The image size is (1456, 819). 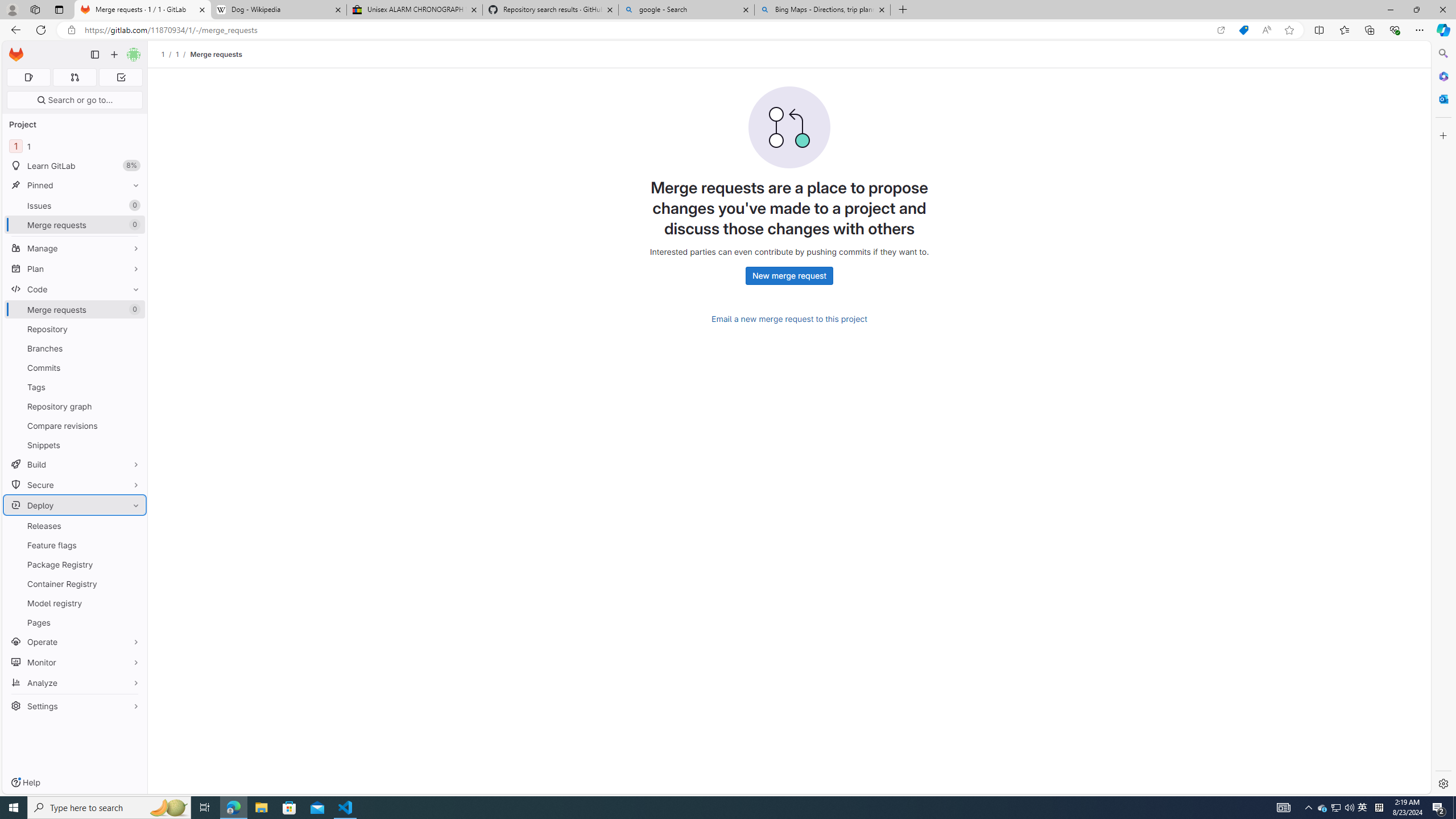 I want to click on 'Branches', so click(x=74, y=348).